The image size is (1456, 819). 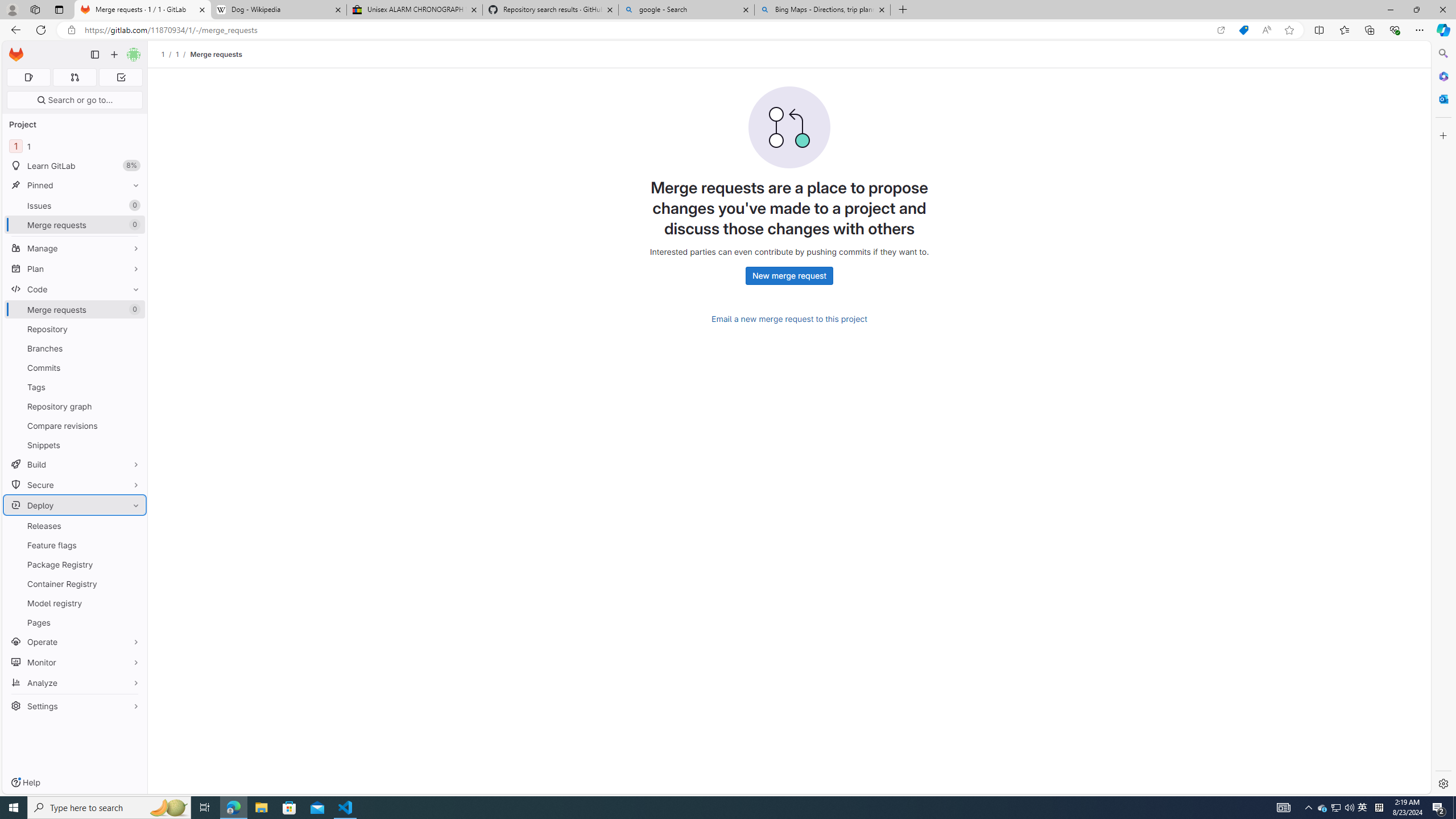 I want to click on 'Branches', so click(x=74, y=348).